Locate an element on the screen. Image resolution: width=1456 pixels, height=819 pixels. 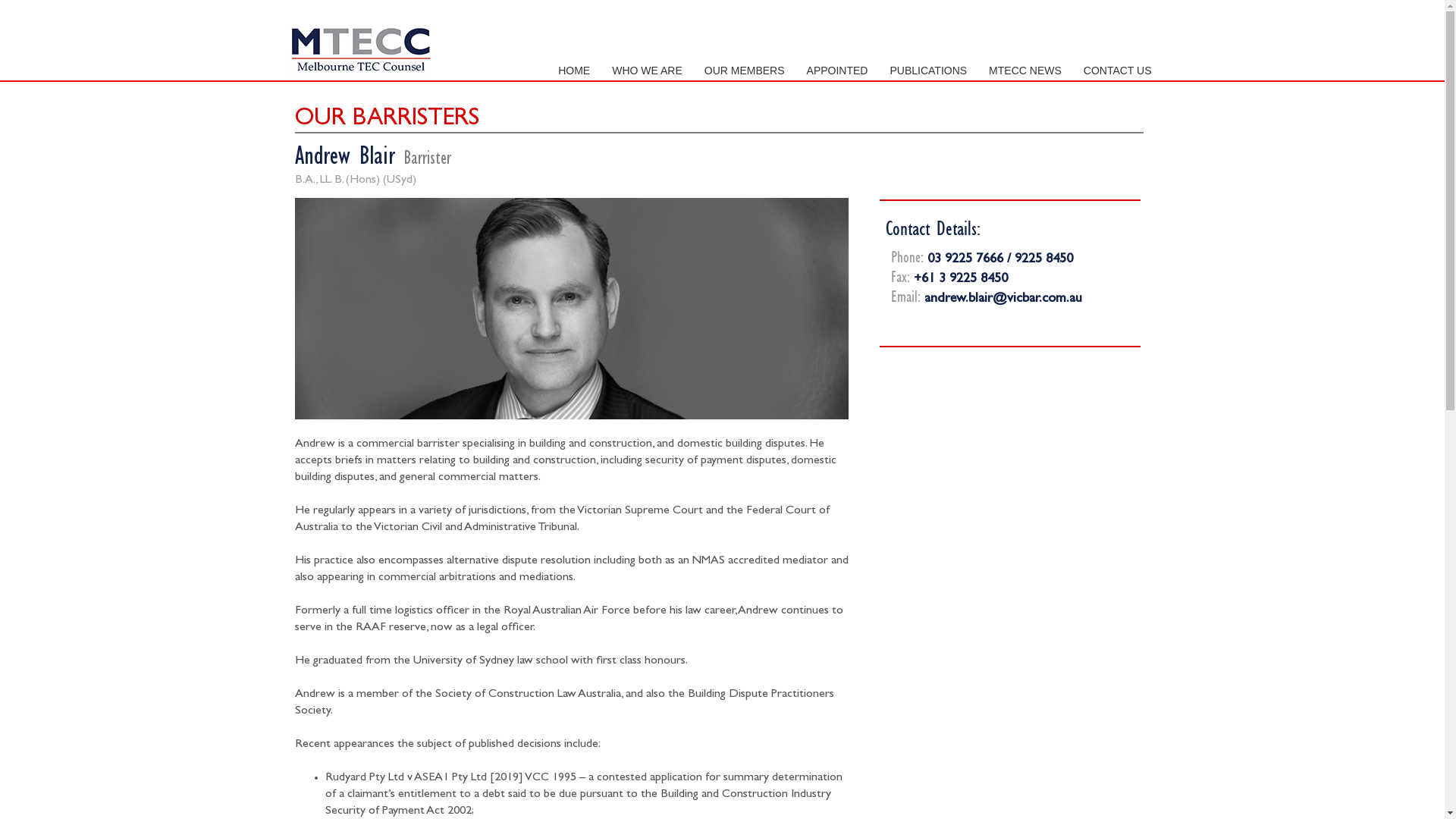
'HOME' is located at coordinates (573, 70).